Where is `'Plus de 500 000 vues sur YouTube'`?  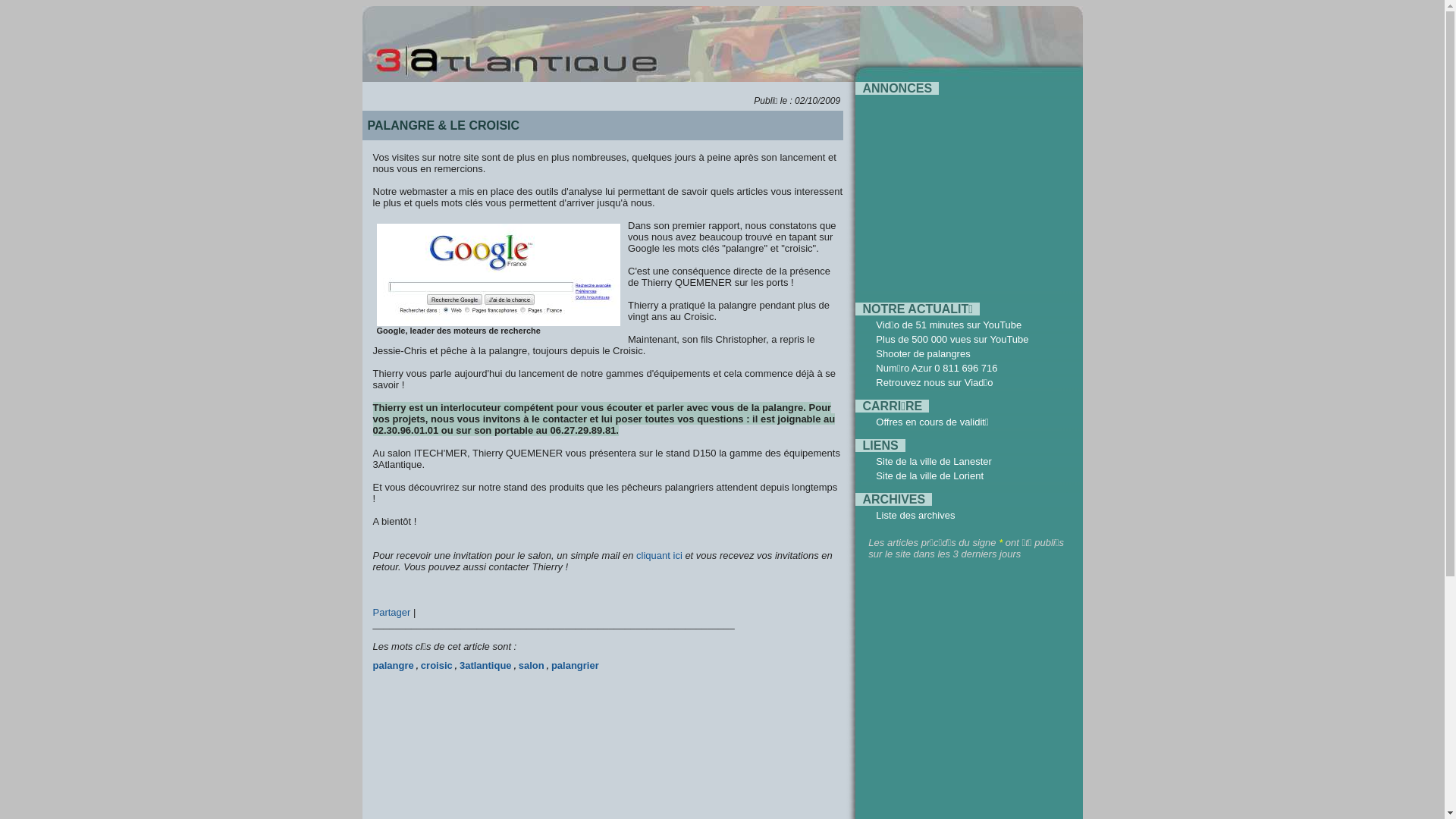 'Plus de 500 000 vues sur YouTube' is located at coordinates (951, 338).